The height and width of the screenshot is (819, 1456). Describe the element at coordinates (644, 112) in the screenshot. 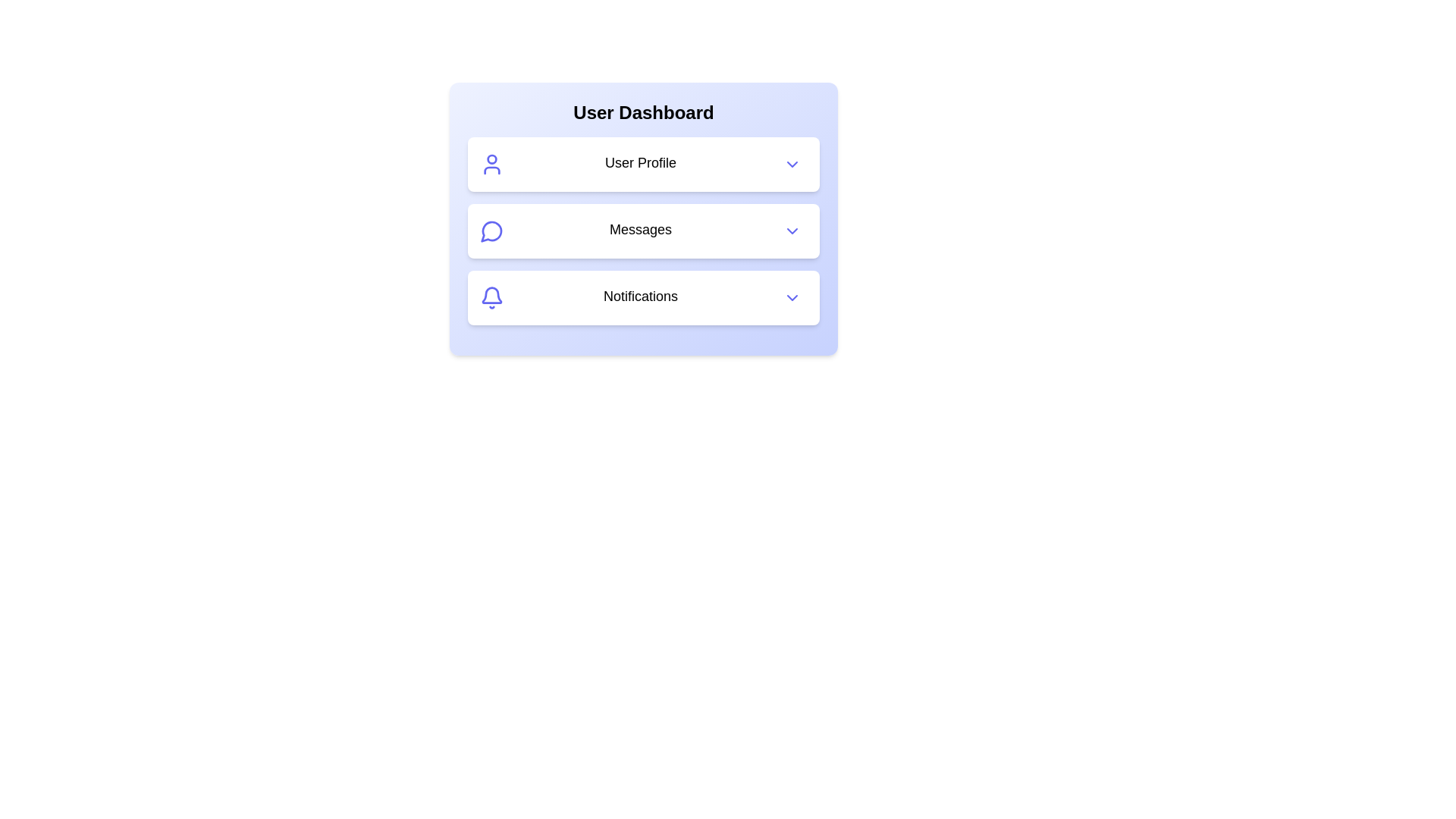

I see `the header text 'User Dashboard'` at that location.